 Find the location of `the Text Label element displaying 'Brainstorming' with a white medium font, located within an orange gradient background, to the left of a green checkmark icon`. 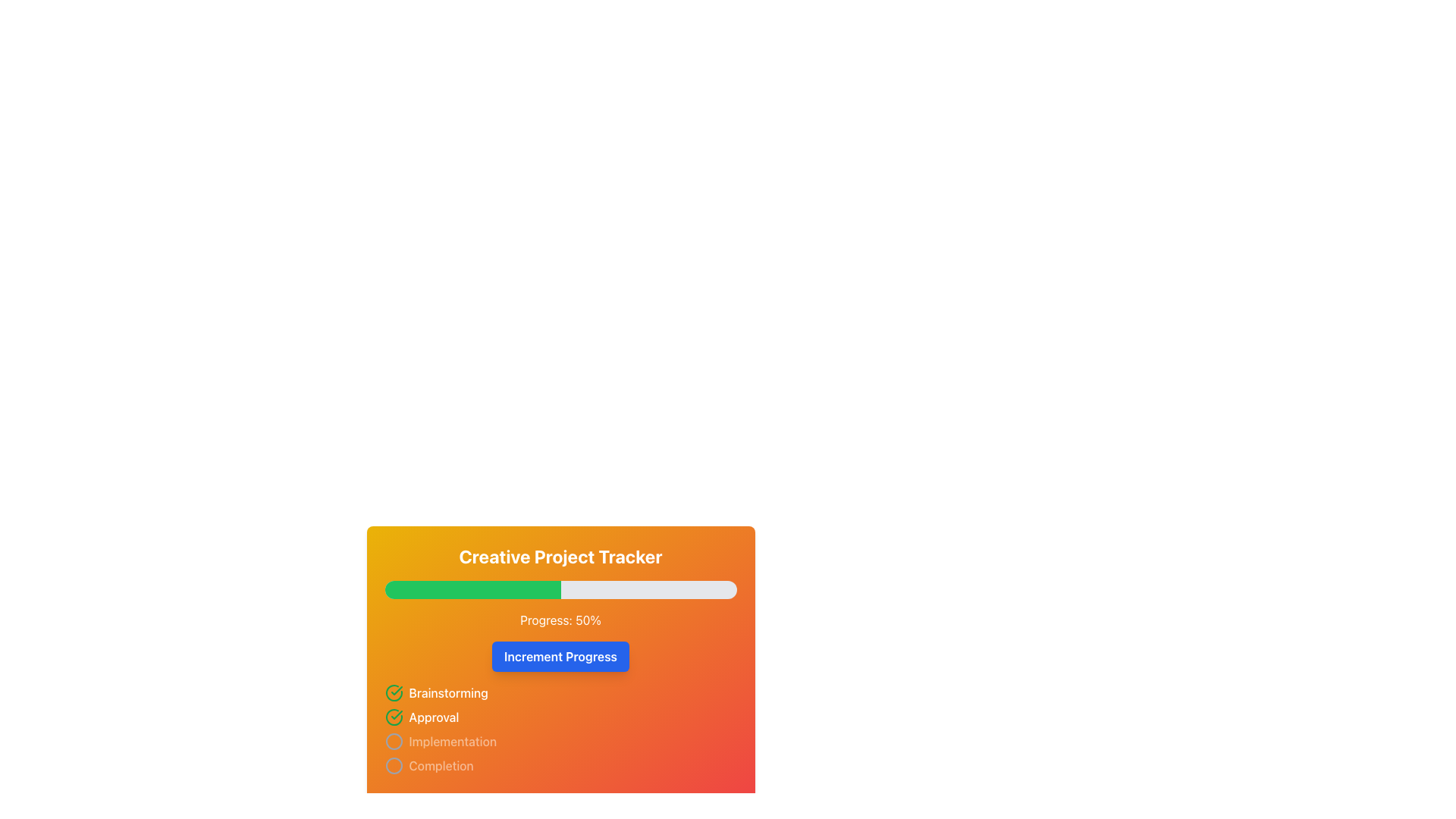

the Text Label element displaying 'Brainstorming' with a white medium font, located within an orange gradient background, to the left of a green checkmark icon is located at coordinates (447, 693).